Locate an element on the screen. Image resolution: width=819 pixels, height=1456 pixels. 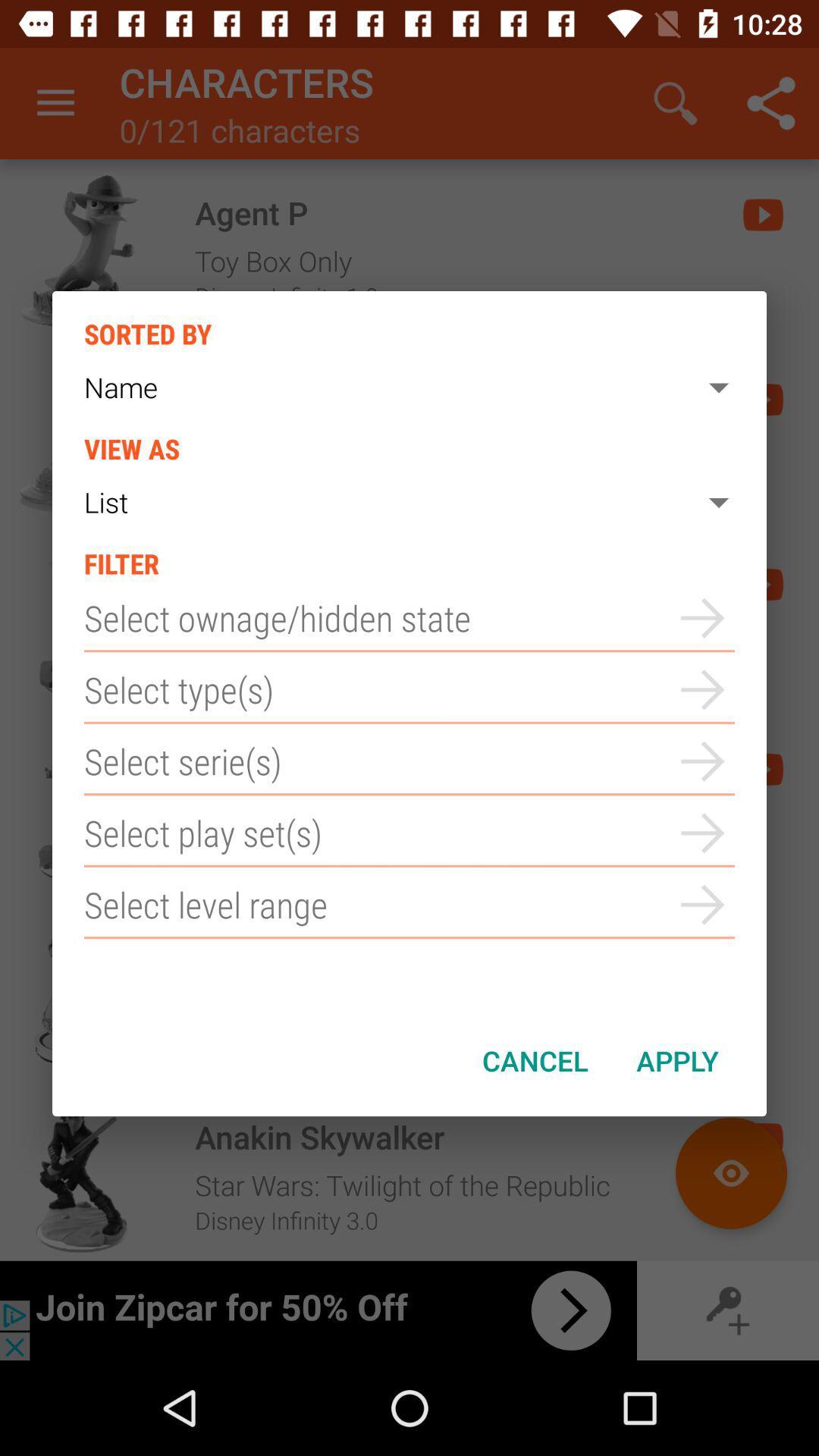
play set is located at coordinates (409, 832).